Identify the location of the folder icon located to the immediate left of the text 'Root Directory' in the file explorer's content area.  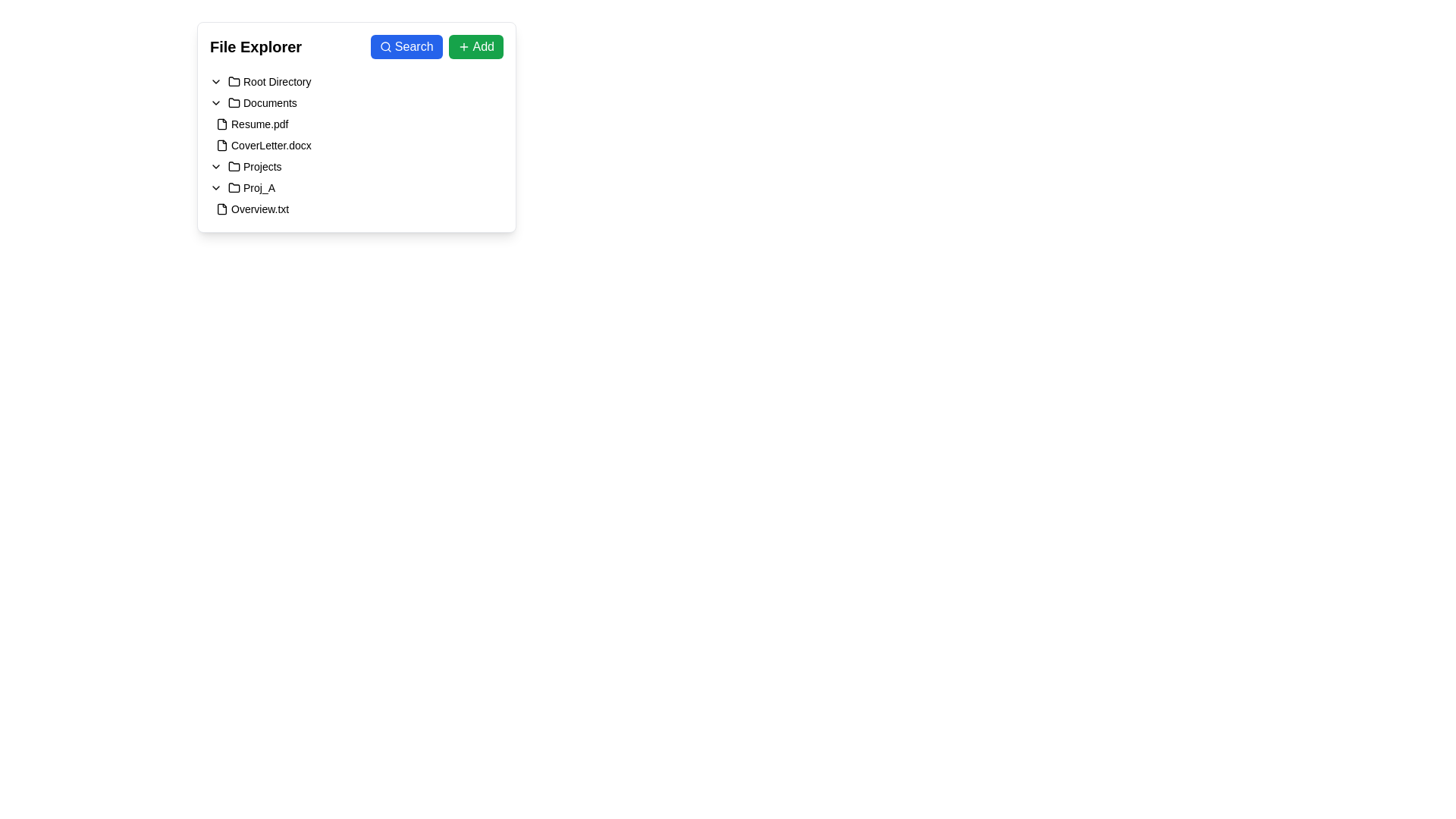
(233, 82).